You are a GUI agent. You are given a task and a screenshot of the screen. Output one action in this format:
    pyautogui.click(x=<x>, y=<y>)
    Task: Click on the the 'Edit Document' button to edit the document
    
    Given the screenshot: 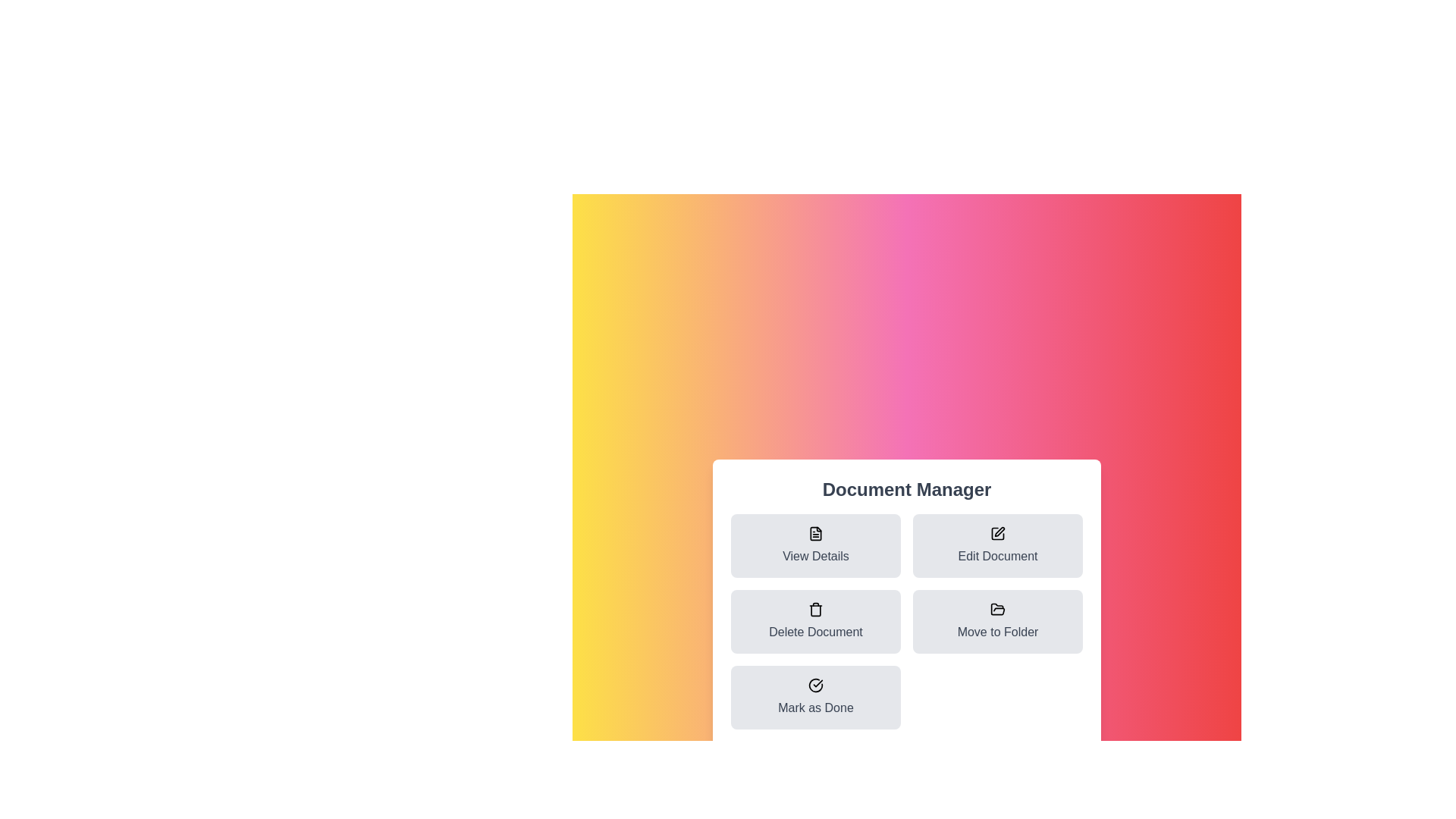 What is the action you would take?
    pyautogui.click(x=997, y=546)
    